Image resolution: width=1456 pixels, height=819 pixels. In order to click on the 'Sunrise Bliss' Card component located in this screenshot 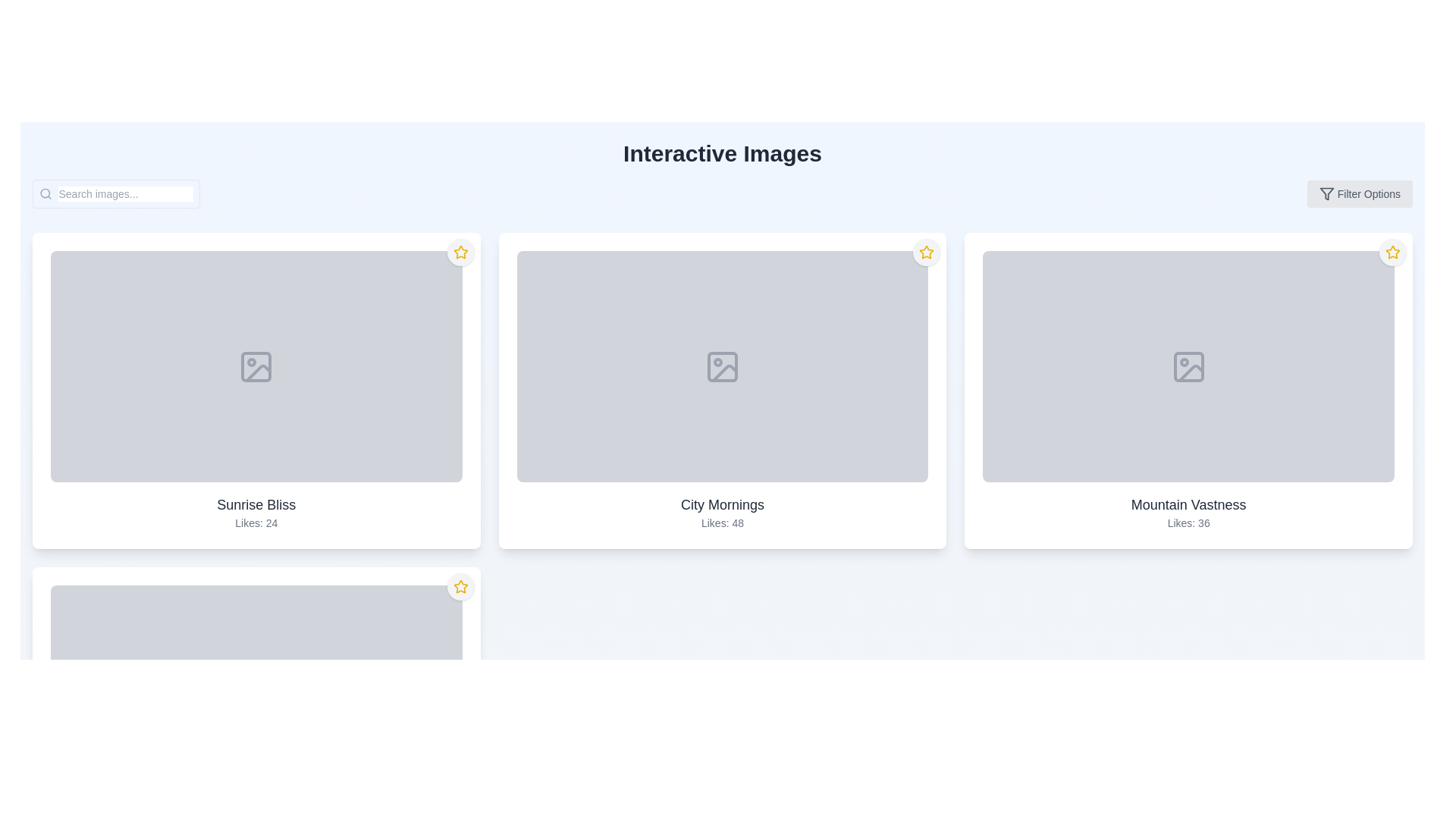, I will do `click(256, 390)`.